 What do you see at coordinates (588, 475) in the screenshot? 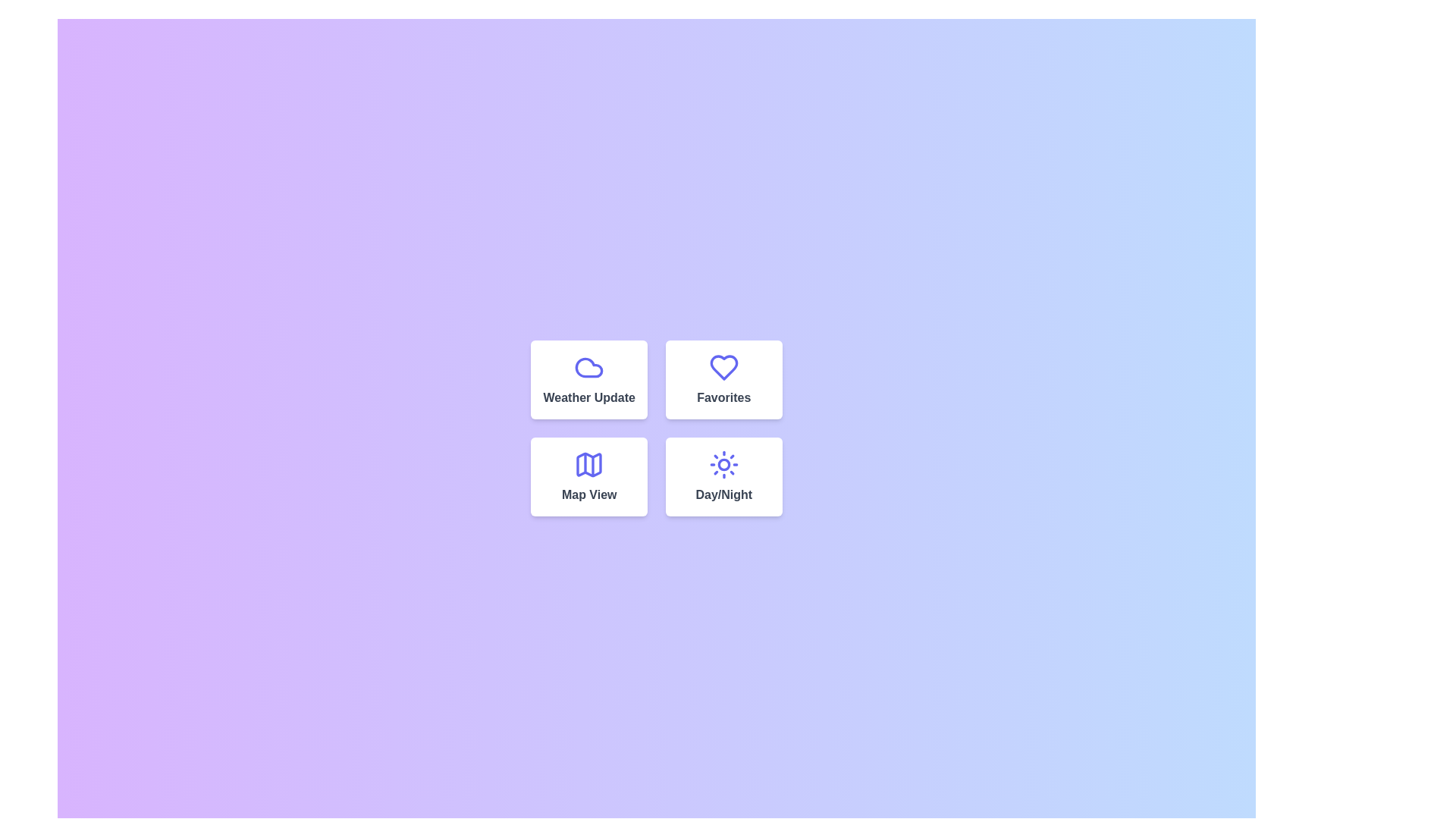
I see `the third card in the grid layout, which activates the 'Map View' feature` at bounding box center [588, 475].